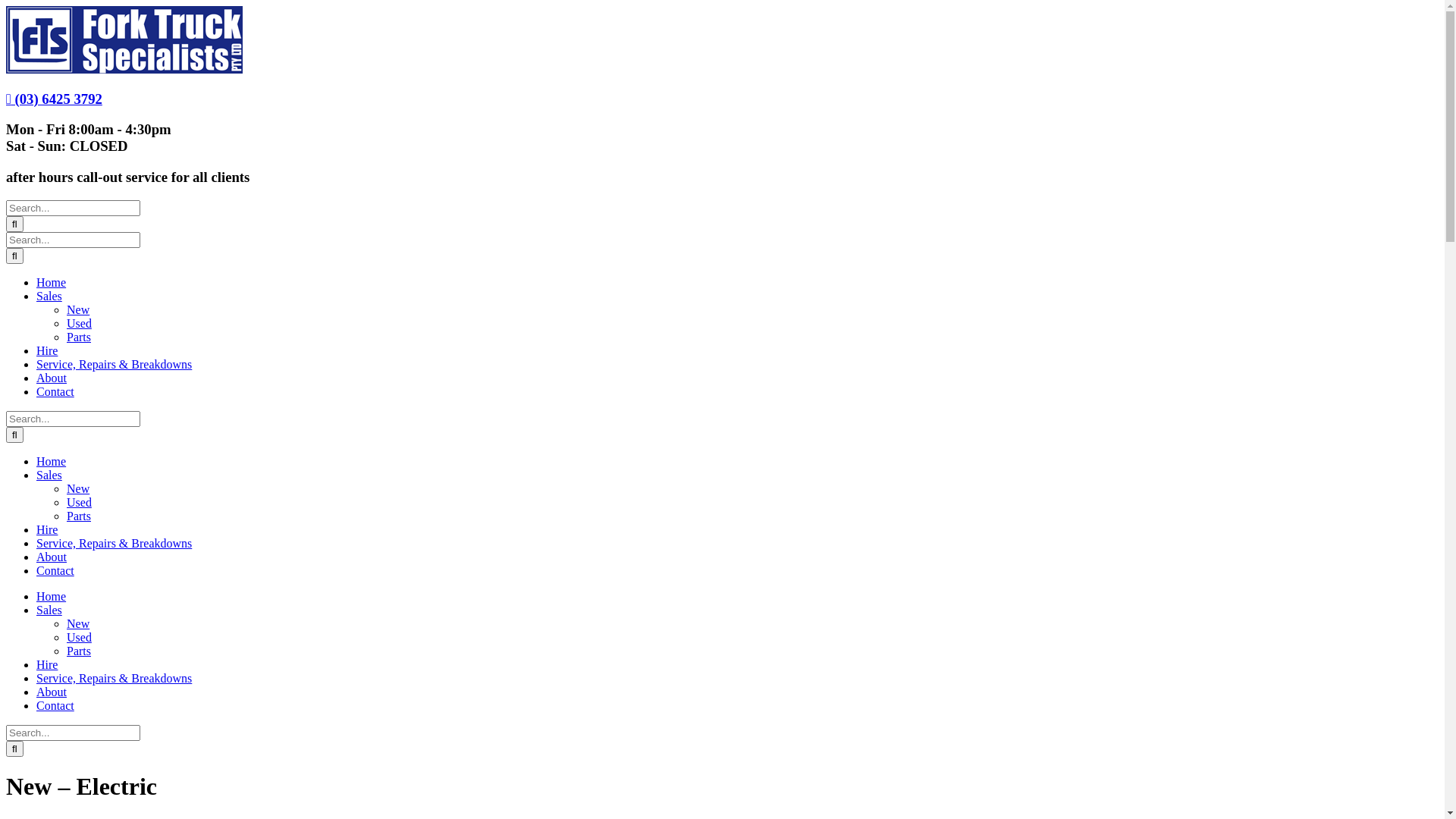 This screenshot has width=1456, height=819. Describe the element at coordinates (49, 296) in the screenshot. I see `'Sales'` at that location.